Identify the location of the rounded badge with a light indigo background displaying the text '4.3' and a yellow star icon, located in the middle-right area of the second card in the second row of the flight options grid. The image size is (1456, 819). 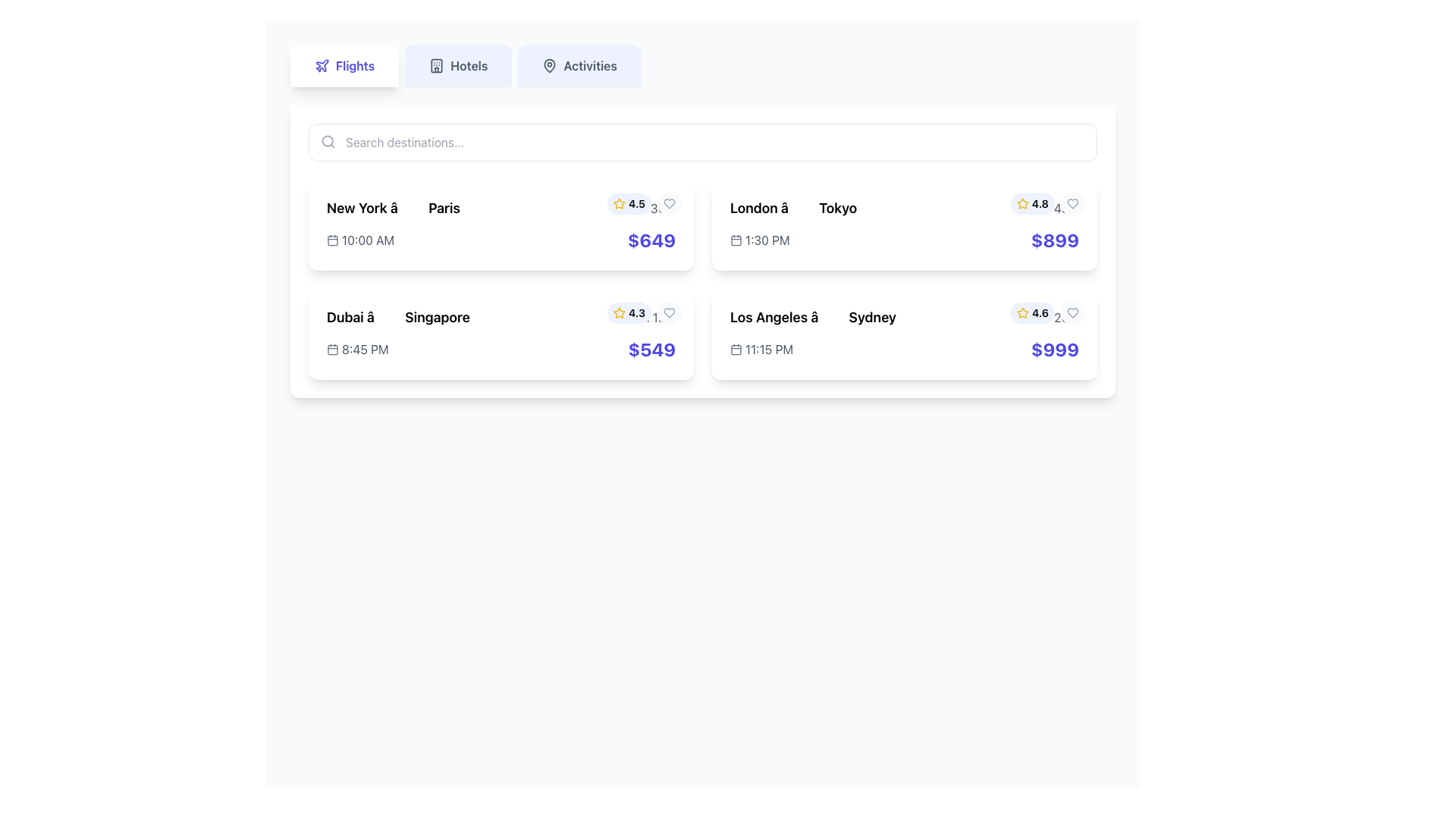
(629, 312).